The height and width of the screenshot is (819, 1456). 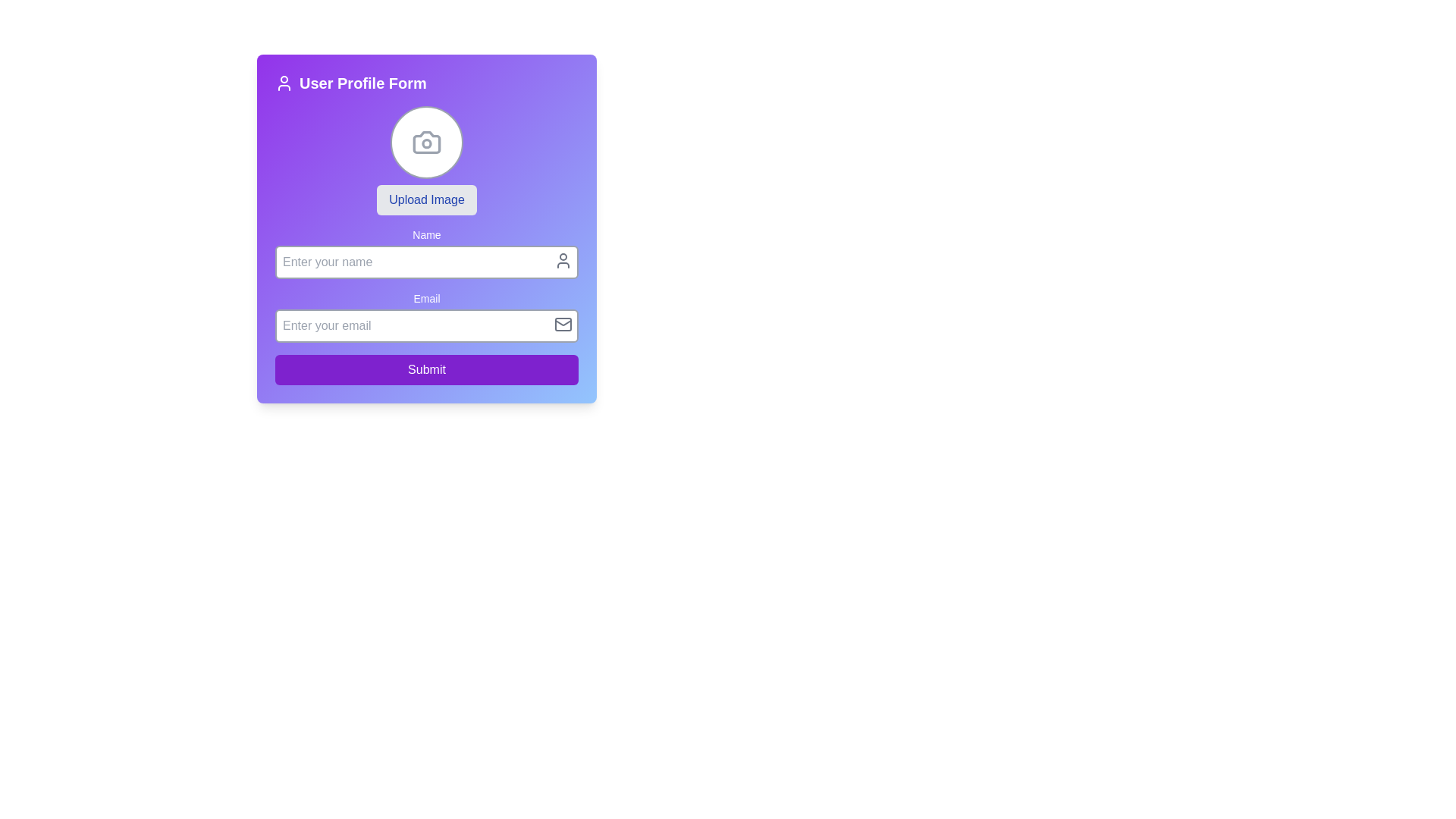 I want to click on the Text Label that indicates the input field for entering the user's name, located near the top of the form, so click(x=425, y=234).